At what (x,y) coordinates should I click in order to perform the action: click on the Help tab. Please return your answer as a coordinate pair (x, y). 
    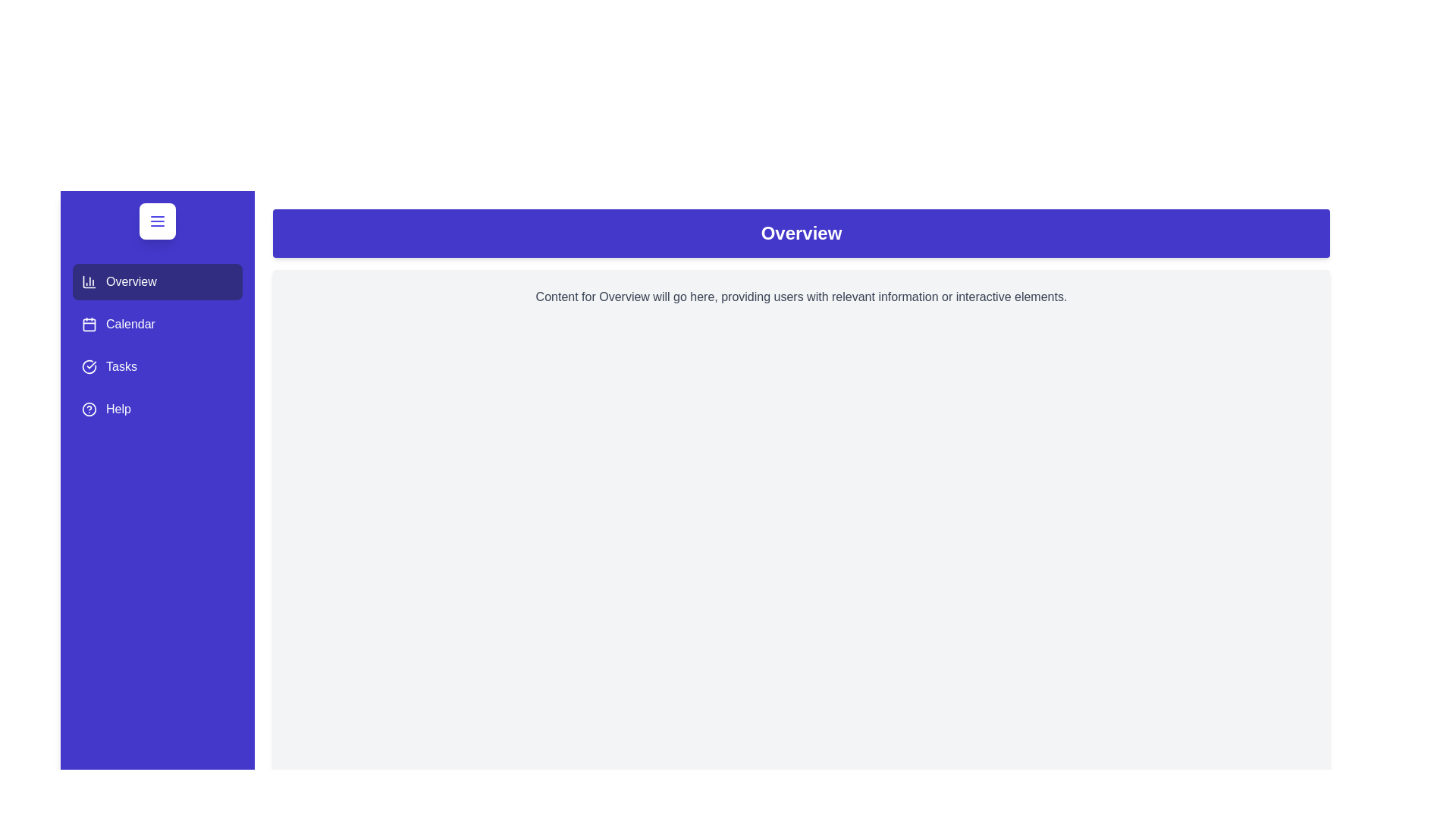
    Looking at the image, I should click on (157, 409).